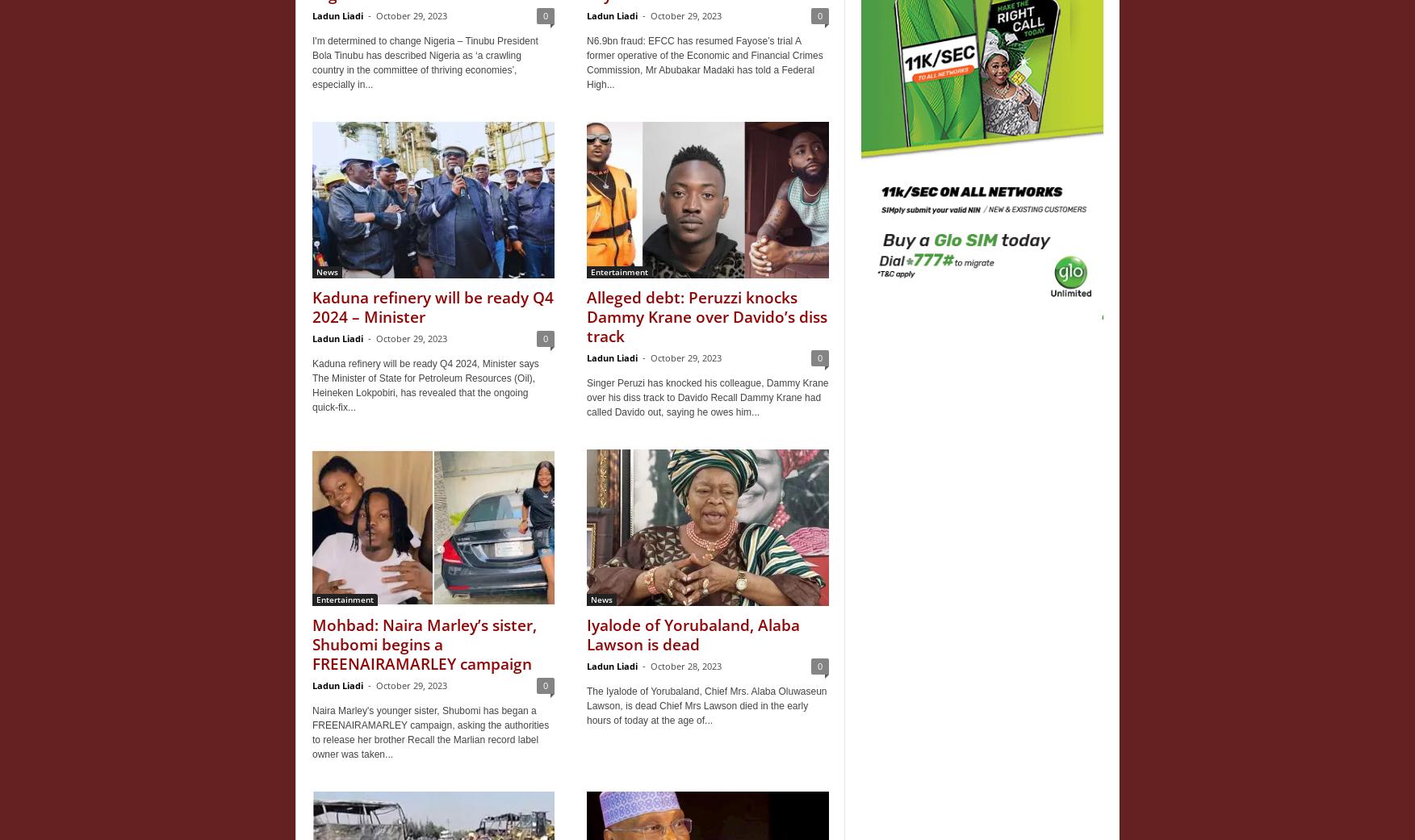 Image resolution: width=1415 pixels, height=840 pixels. Describe the element at coordinates (425, 385) in the screenshot. I see `'Kaduna refinery will be ready Q4 2024, Minister says


The Minister of State for Petroleum Resources (Oil), Heineken Lokpobiri, has revealed that the ongoing quick-fix...'` at that location.